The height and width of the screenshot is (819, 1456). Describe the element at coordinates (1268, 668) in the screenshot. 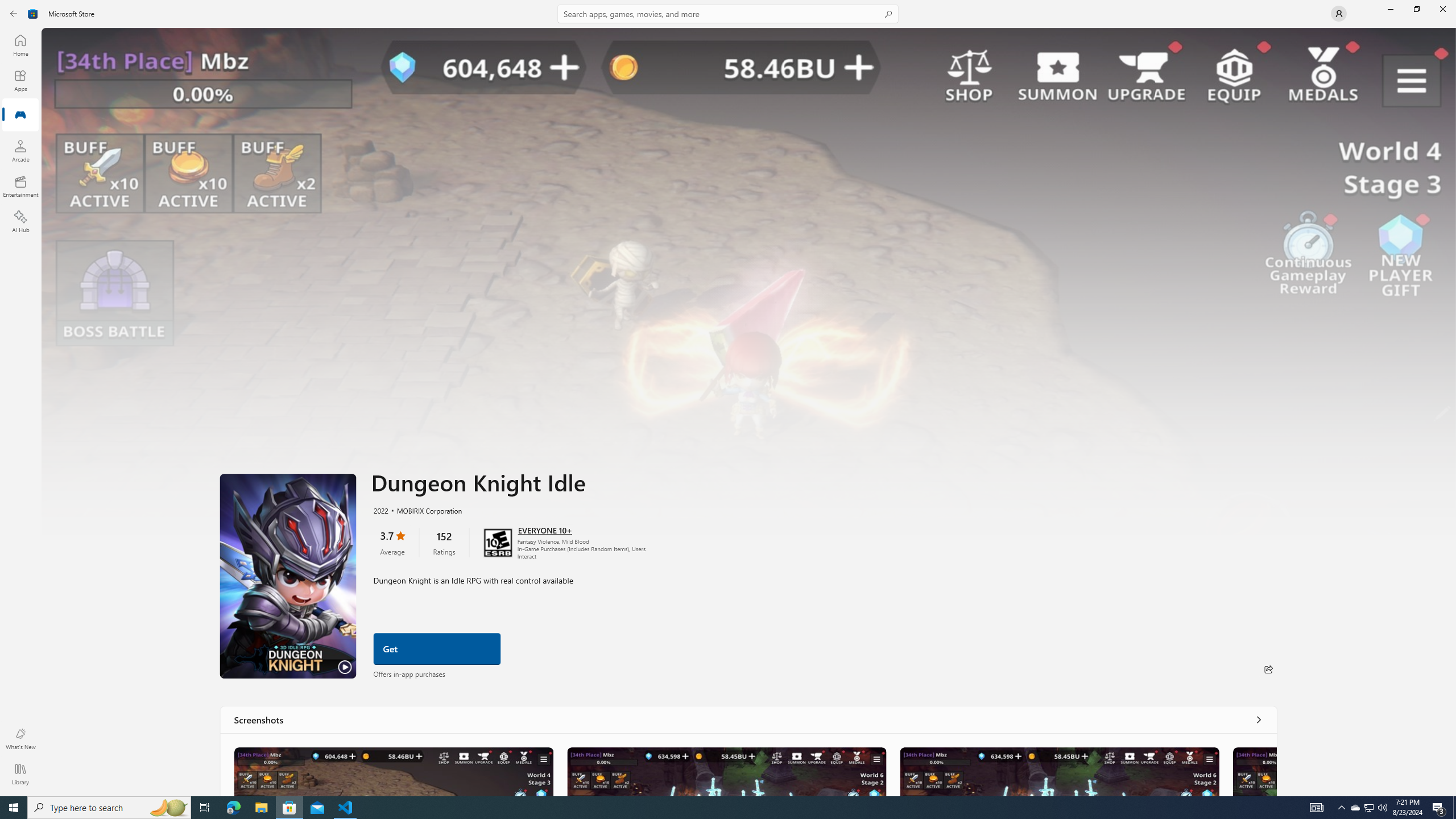

I see `'Share'` at that location.